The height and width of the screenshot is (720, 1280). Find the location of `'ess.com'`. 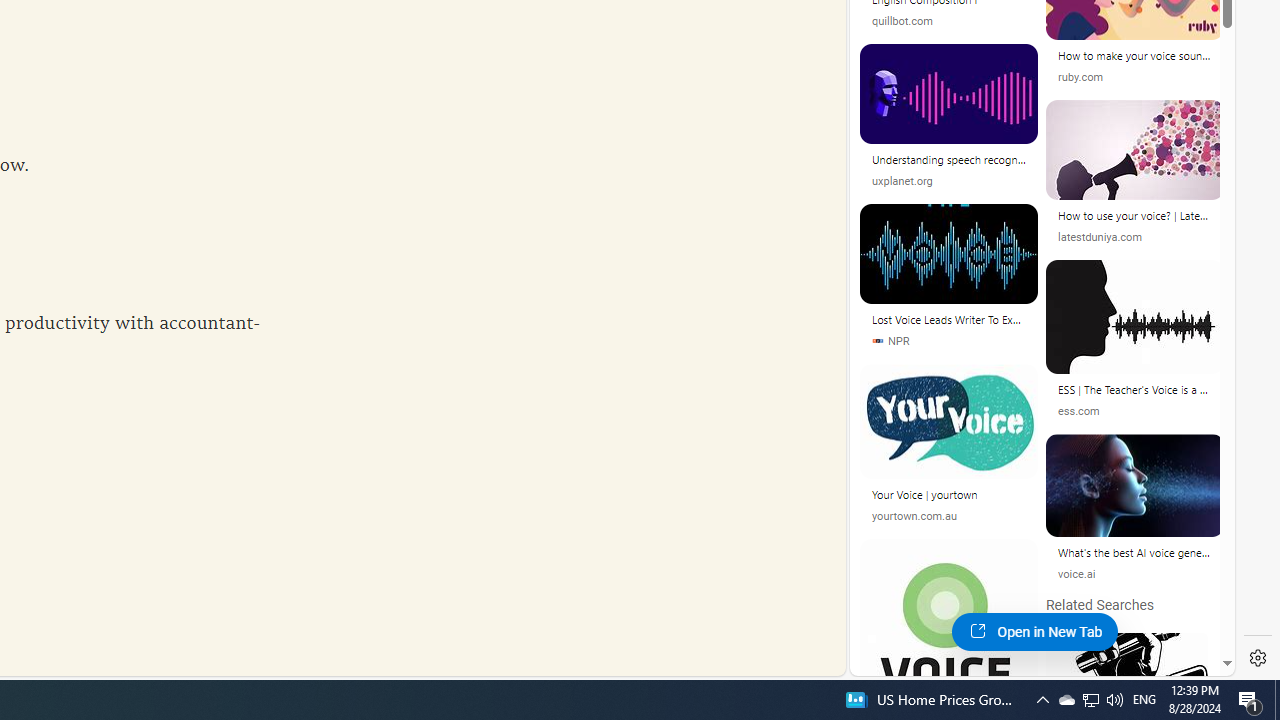

'ess.com' is located at coordinates (1135, 410).